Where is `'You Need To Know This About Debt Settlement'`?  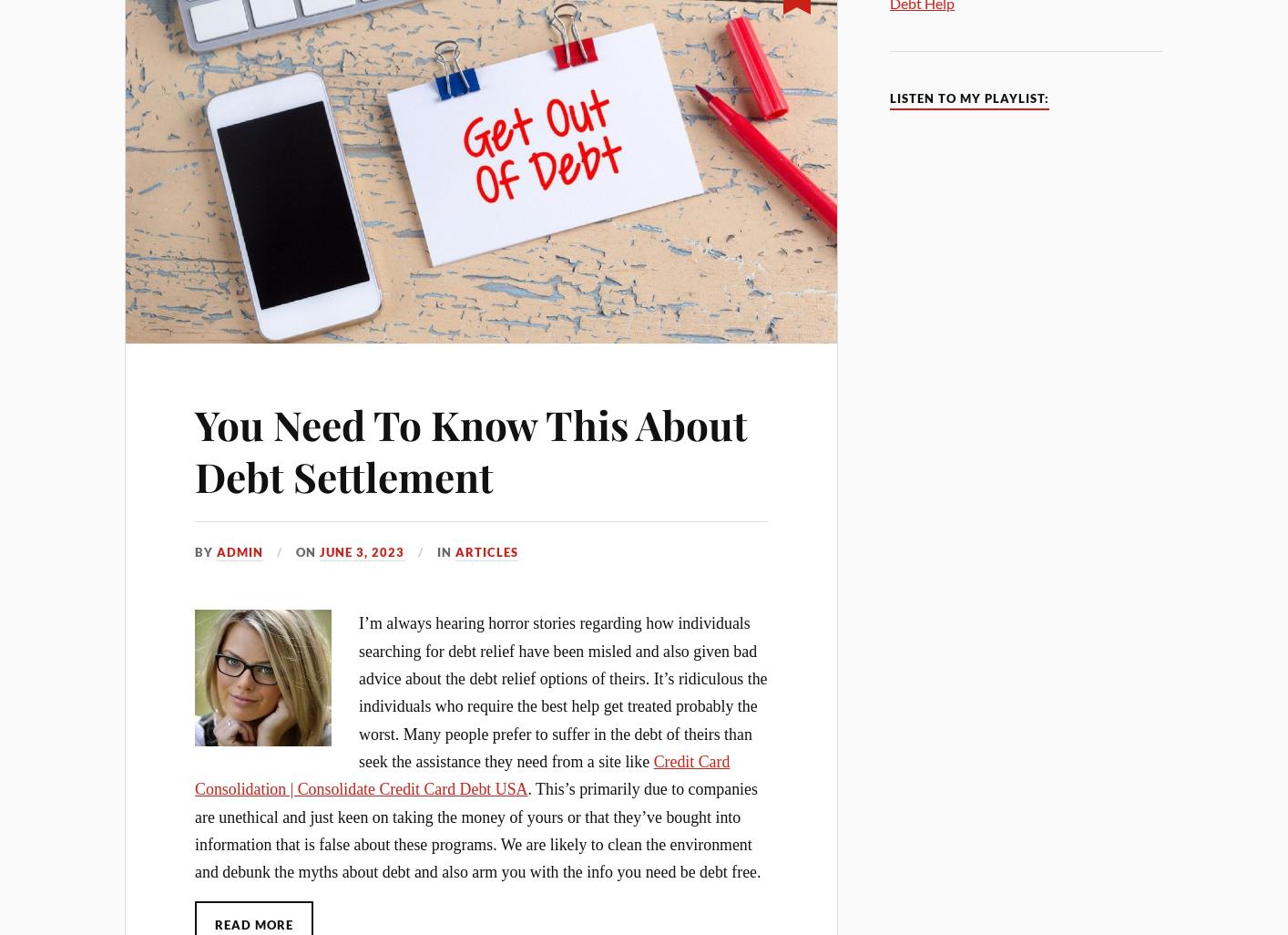 'You Need To Know This About Debt Settlement' is located at coordinates (470, 449).